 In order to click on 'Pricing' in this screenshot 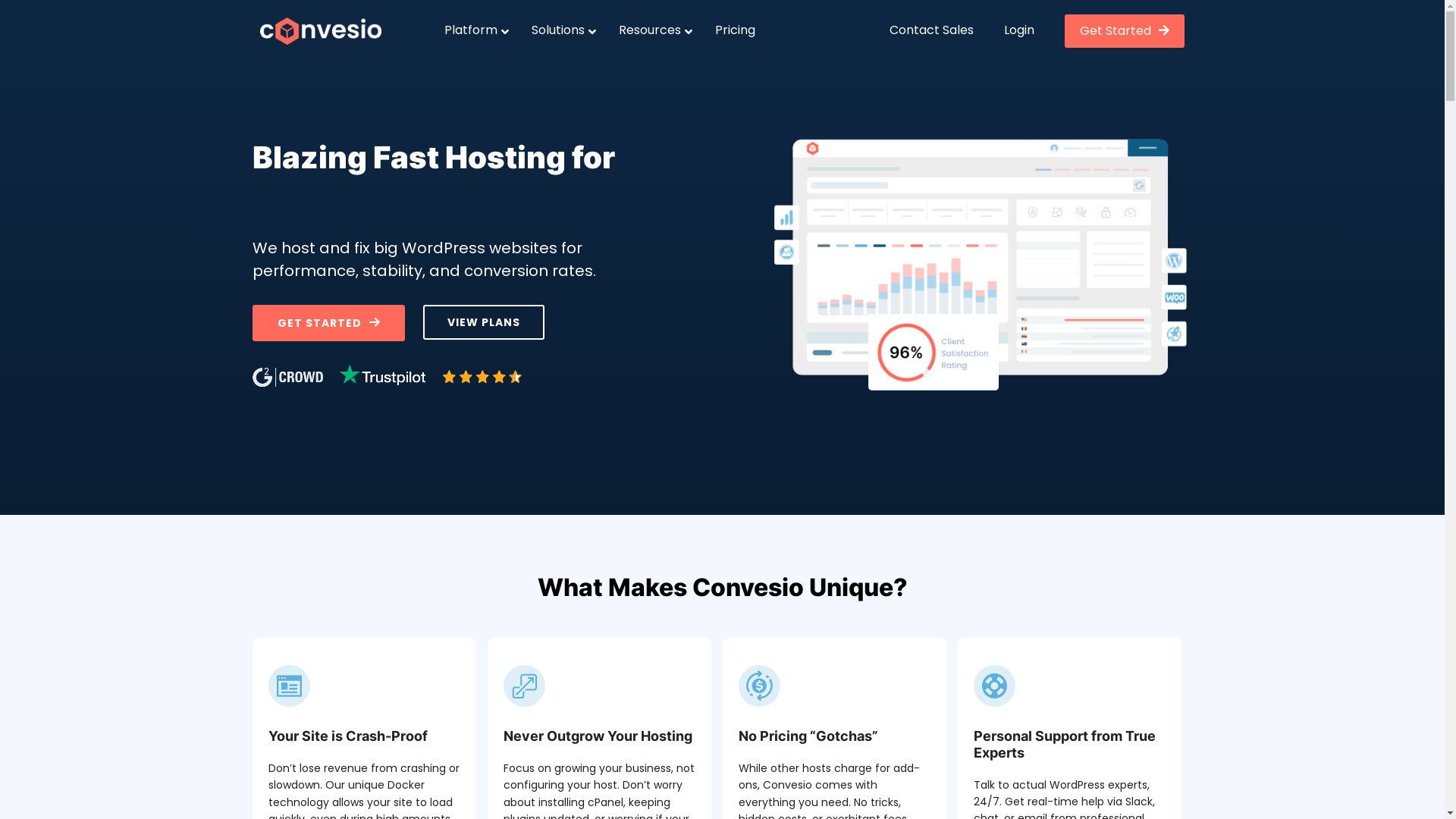, I will do `click(735, 30)`.